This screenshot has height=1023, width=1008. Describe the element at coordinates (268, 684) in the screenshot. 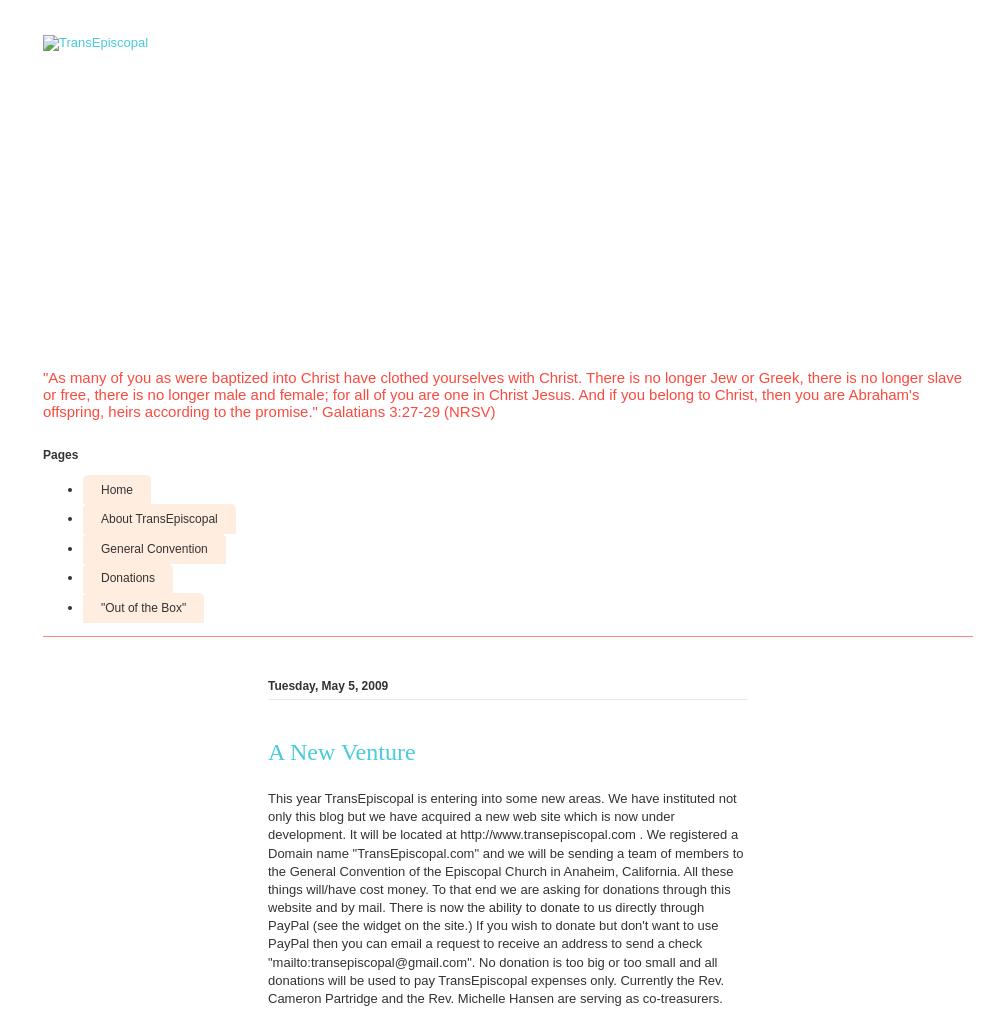

I see `'Tuesday, May 5, 2009'` at that location.